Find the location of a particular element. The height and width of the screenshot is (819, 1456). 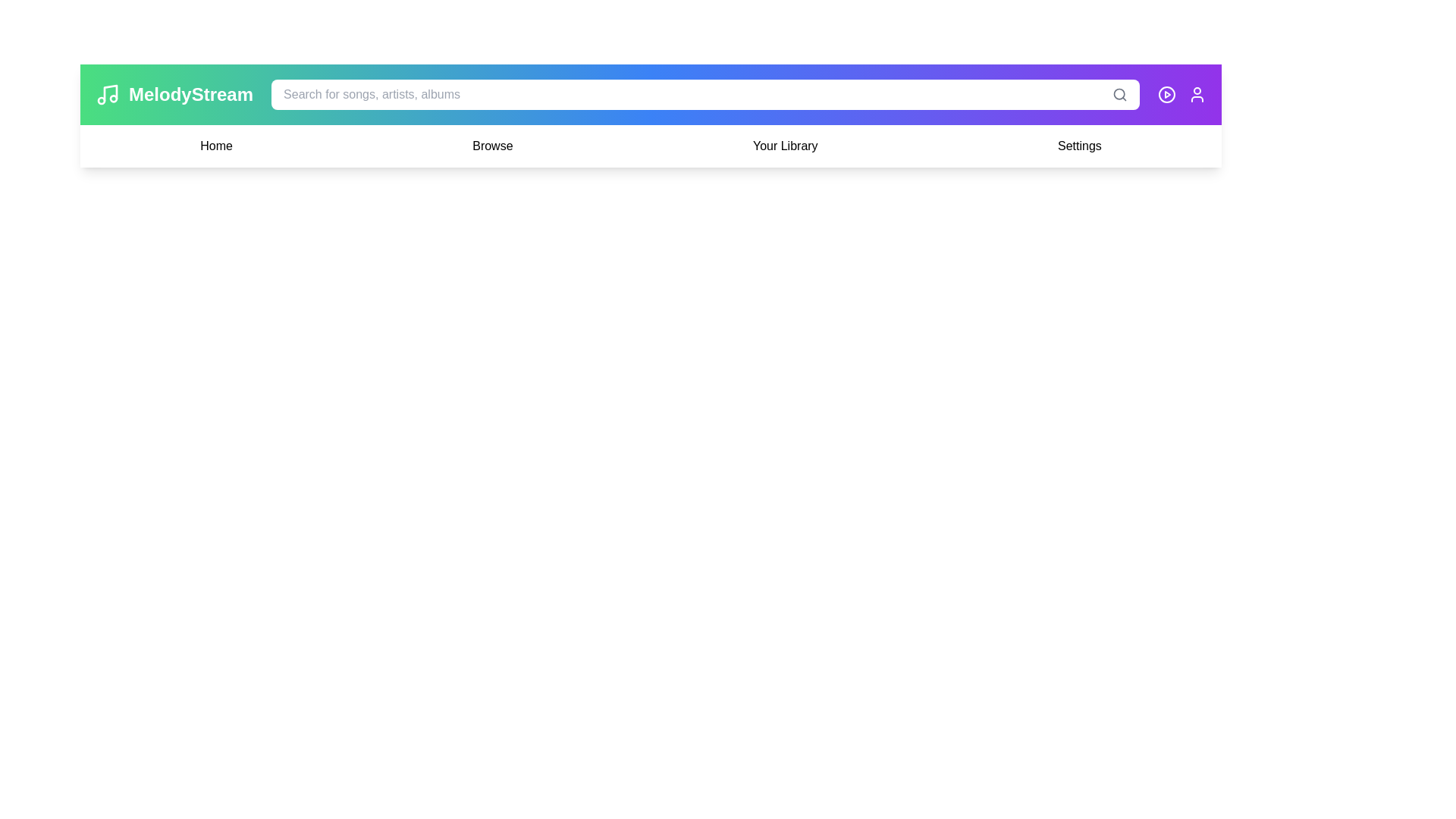

the Settings text label to navigate or trigger the associated action is located at coordinates (1078, 146).